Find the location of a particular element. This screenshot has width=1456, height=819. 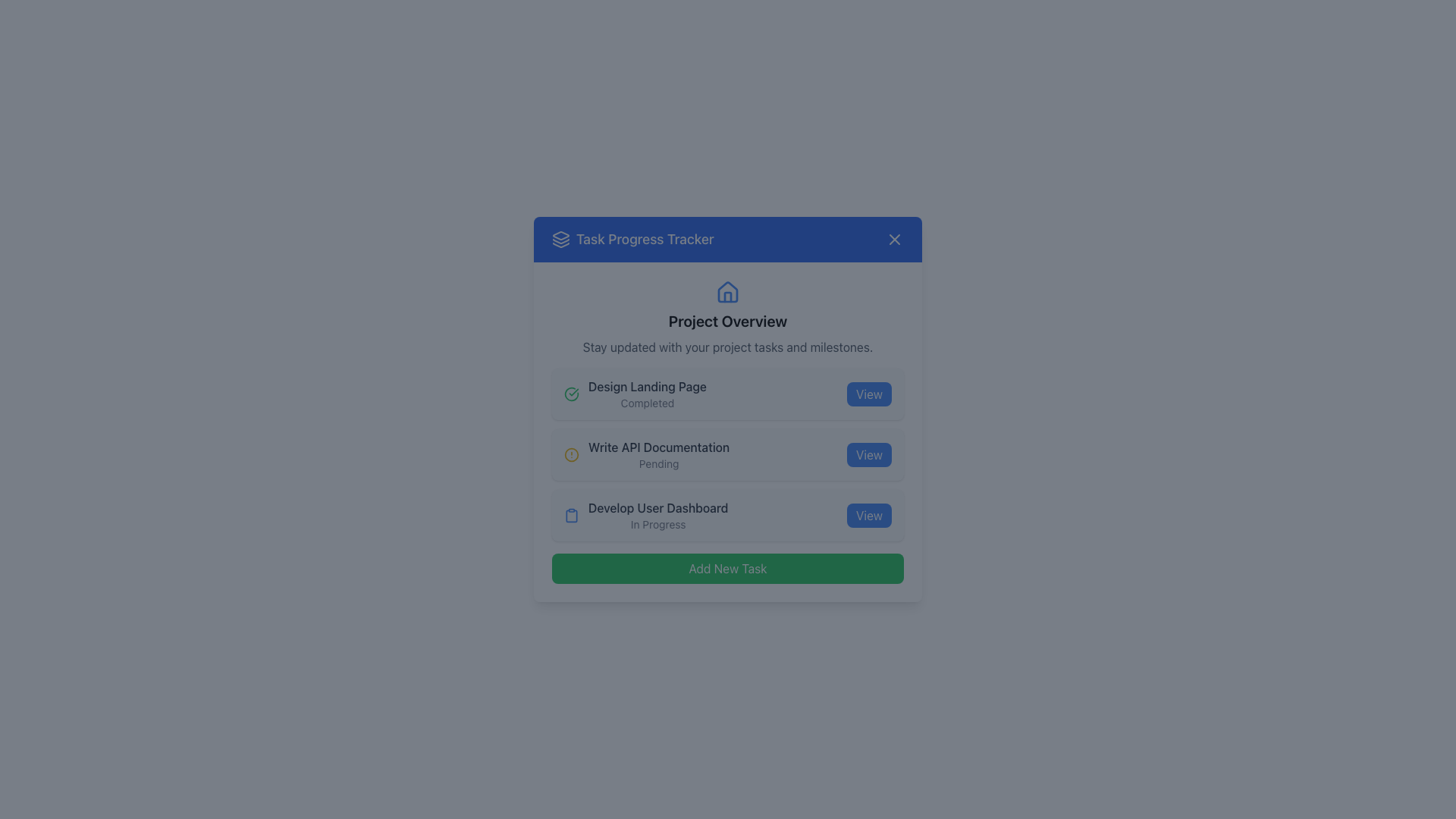

the clipboard icon located to the left of the text 'Develop User Dashboard' within the 'Task Progress Tracker' modal, which is the third item down in the list is located at coordinates (570, 514).